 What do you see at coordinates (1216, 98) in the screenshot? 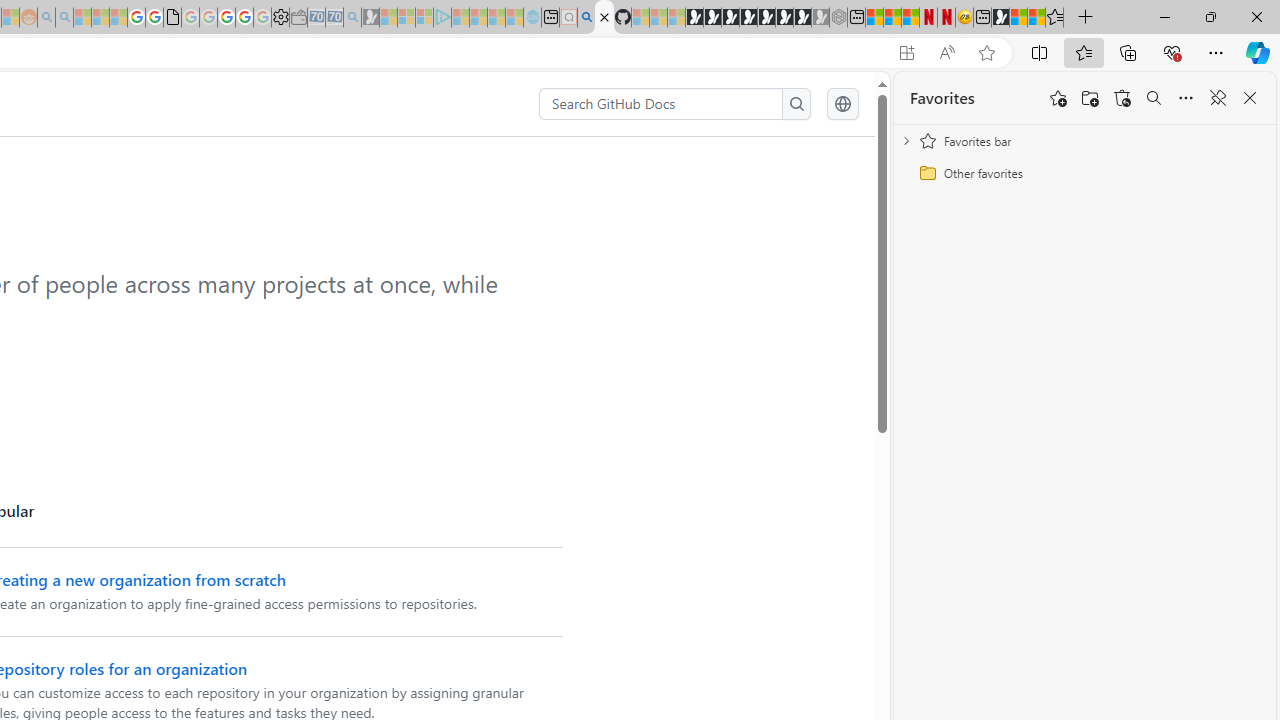
I see `'Unpin favorites'` at bounding box center [1216, 98].